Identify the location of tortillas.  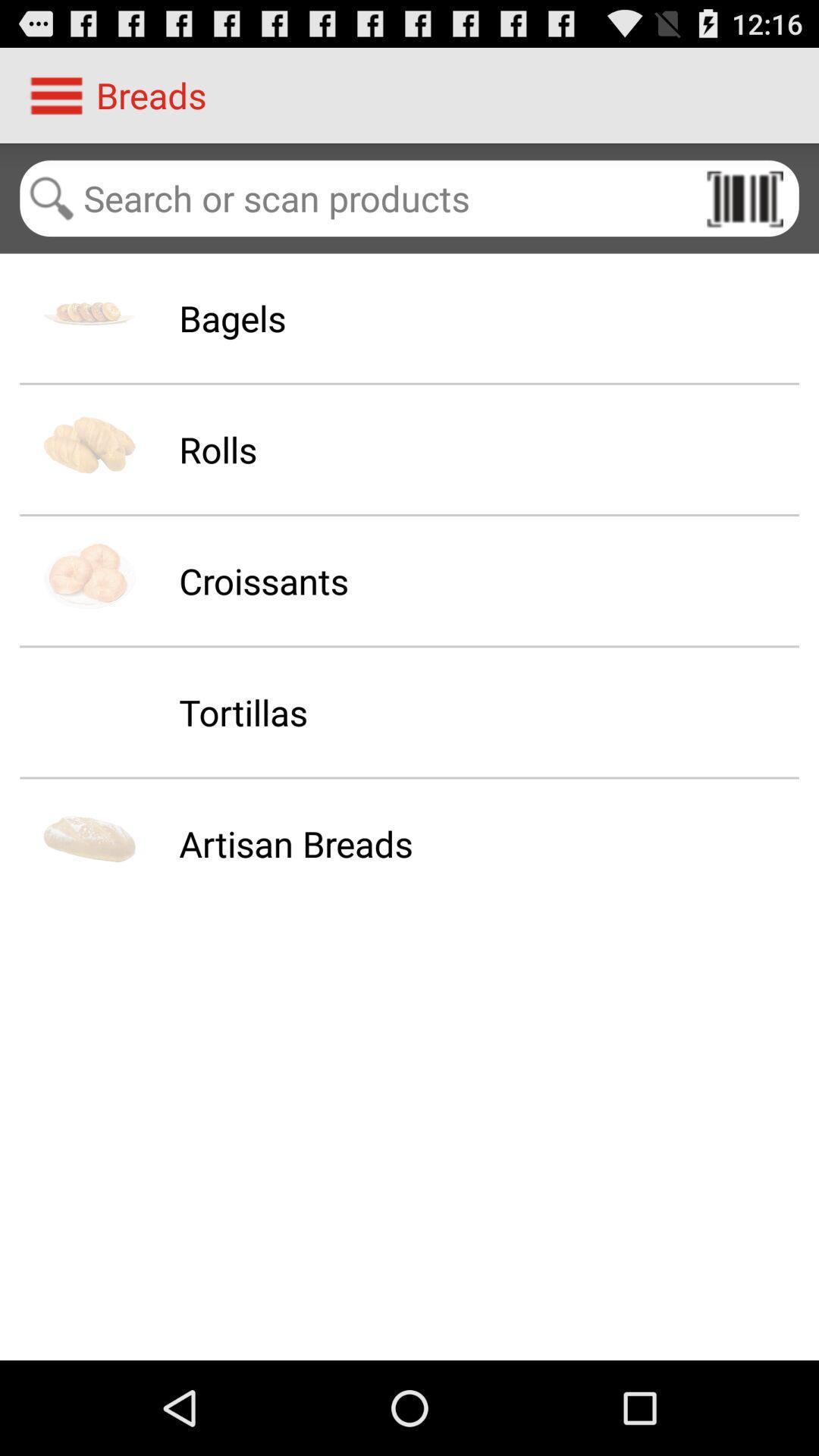
(242, 711).